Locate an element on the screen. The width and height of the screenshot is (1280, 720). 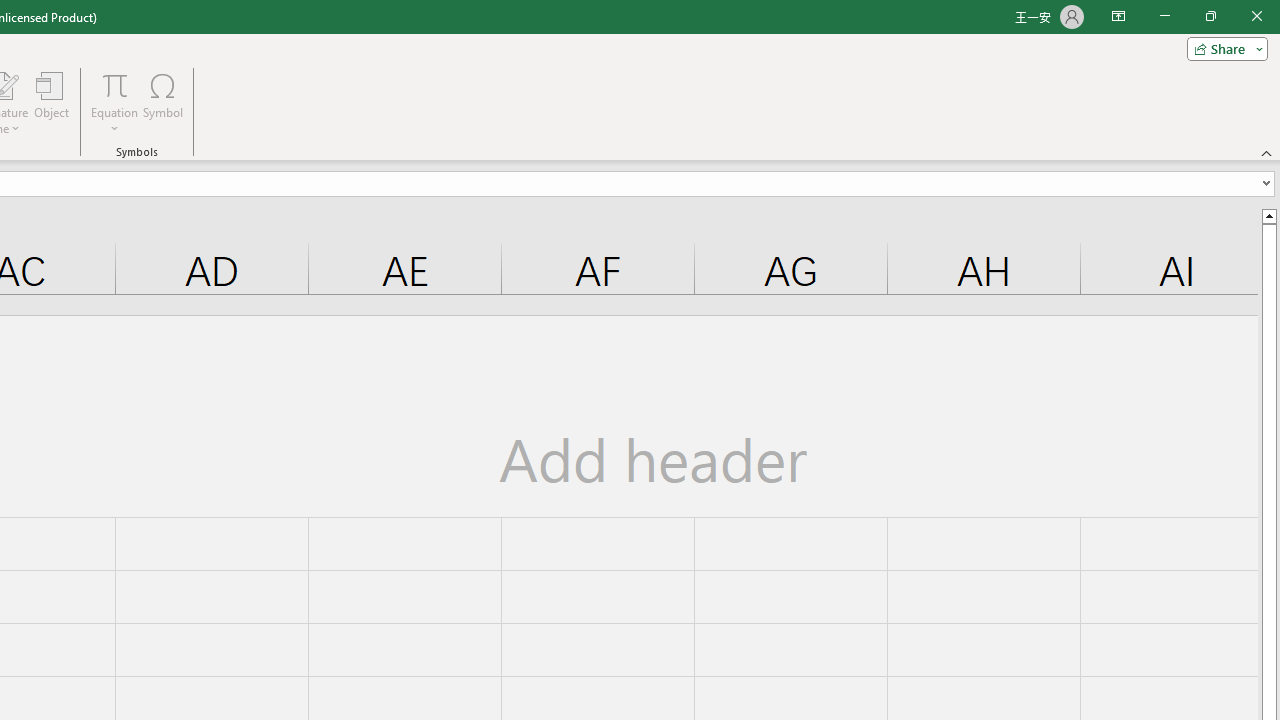
'Equation' is located at coordinates (114, 84).